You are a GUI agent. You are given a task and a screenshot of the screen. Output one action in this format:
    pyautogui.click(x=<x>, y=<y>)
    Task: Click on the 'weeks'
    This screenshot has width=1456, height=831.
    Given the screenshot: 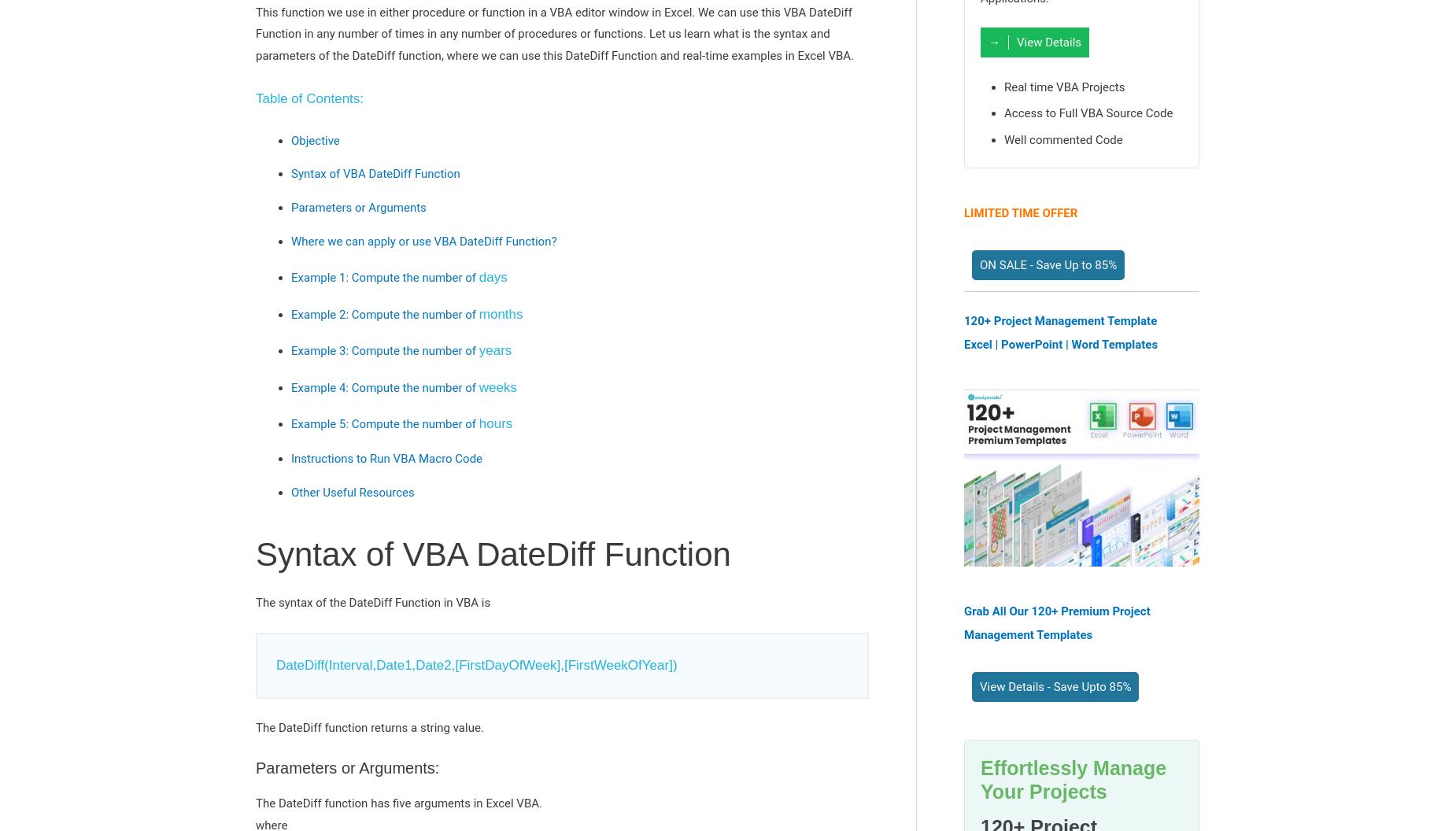 What is the action you would take?
    pyautogui.click(x=497, y=386)
    